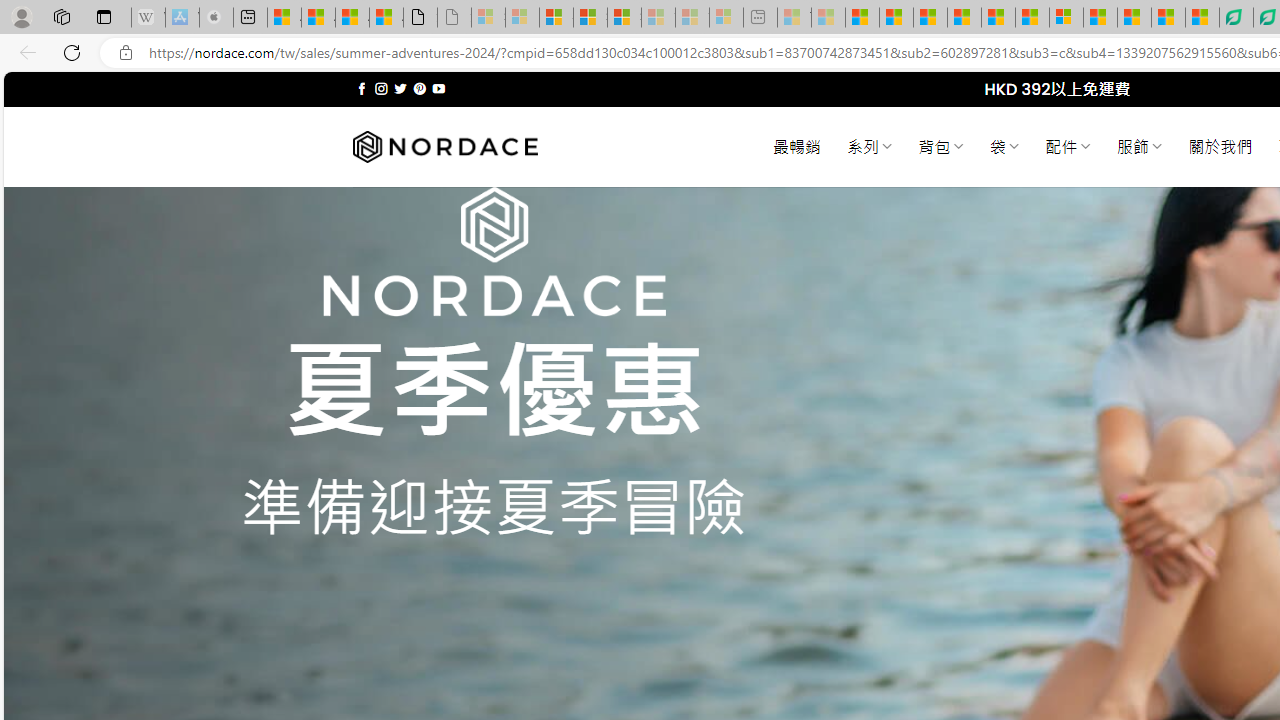 Image resolution: width=1280 pixels, height=720 pixels. I want to click on 'Follow on Twitter', so click(400, 88).